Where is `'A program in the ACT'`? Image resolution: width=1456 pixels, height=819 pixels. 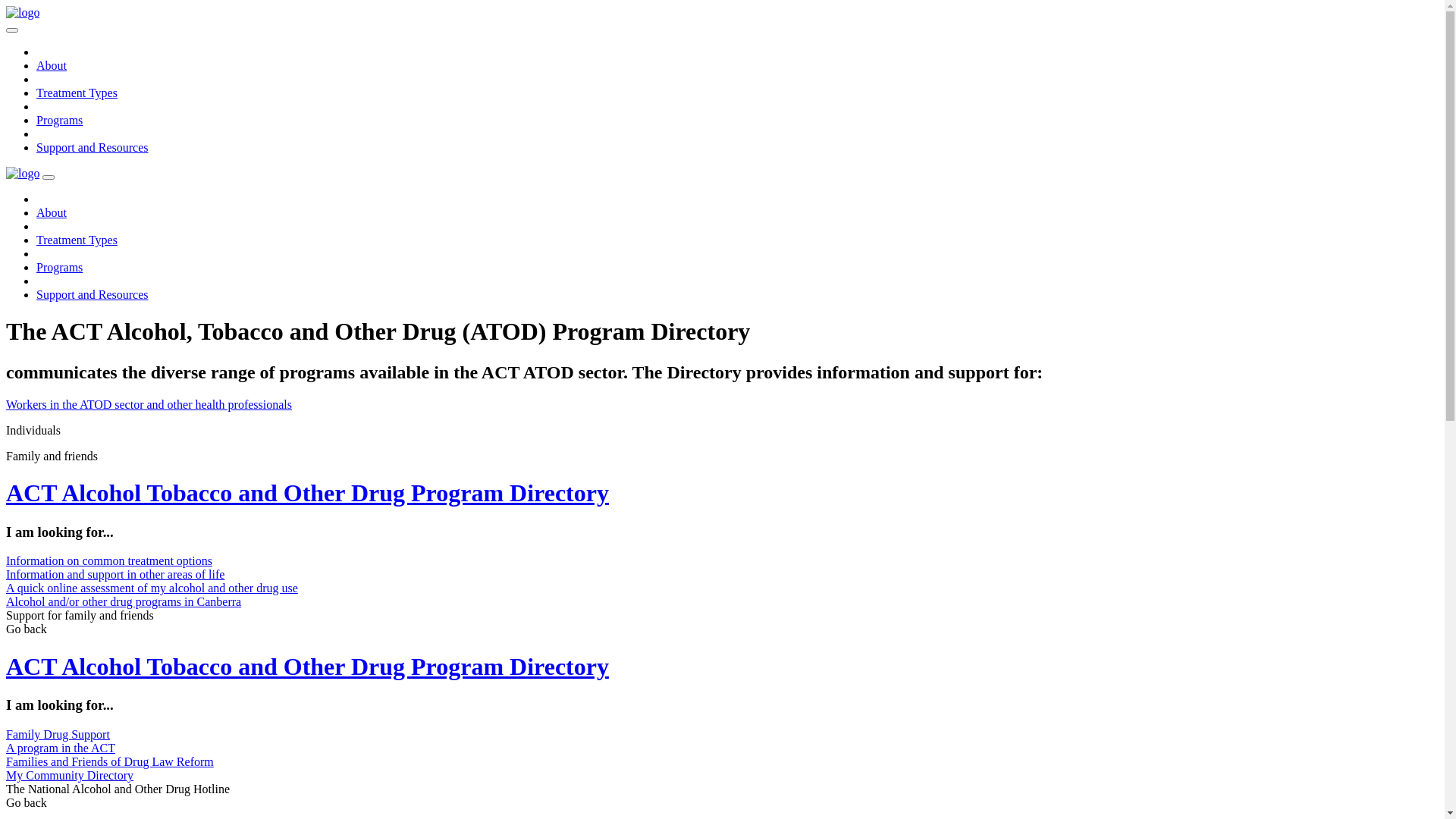 'A program in the ACT' is located at coordinates (61, 747).